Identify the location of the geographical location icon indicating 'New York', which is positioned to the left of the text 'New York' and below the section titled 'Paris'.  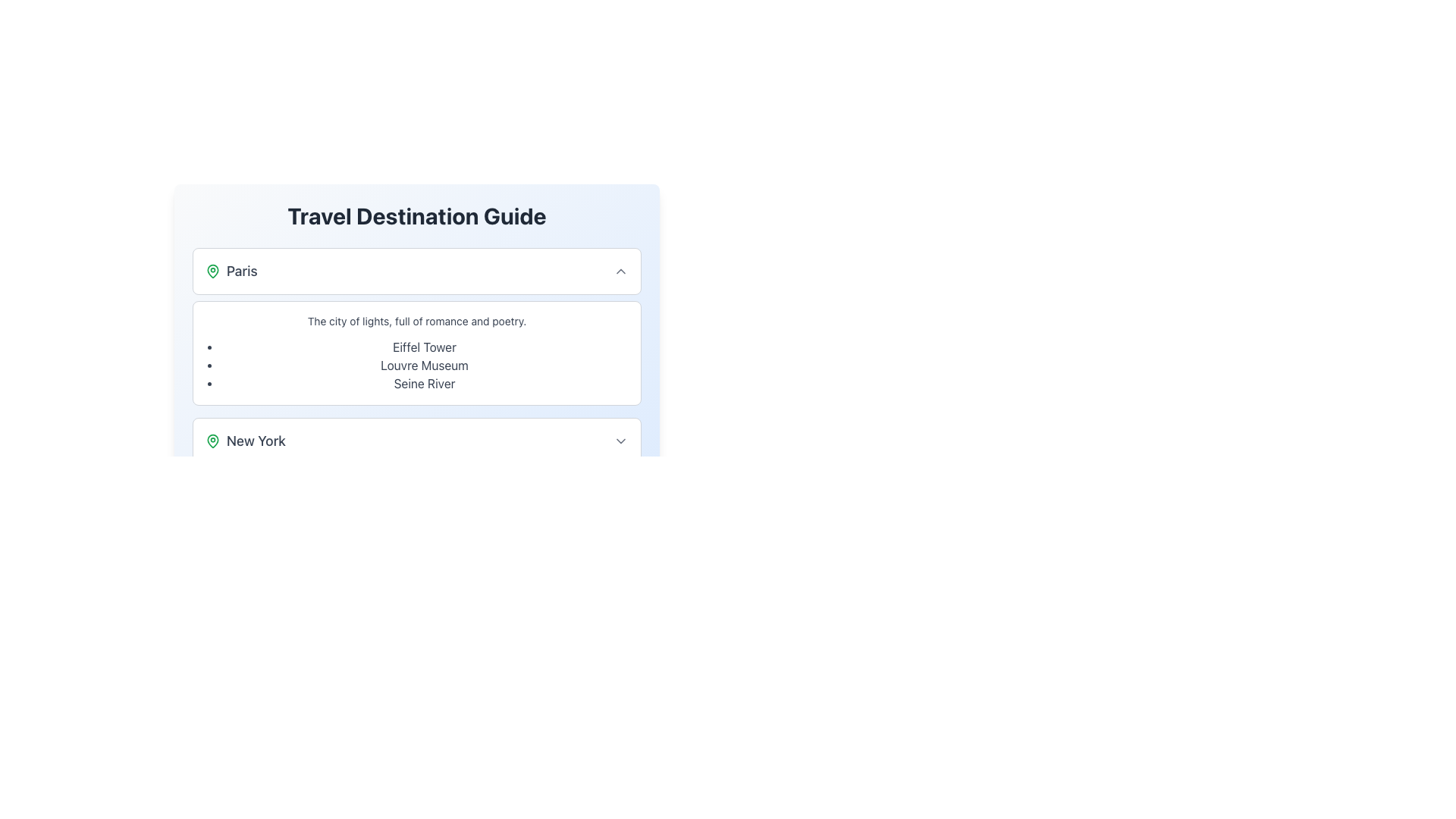
(212, 441).